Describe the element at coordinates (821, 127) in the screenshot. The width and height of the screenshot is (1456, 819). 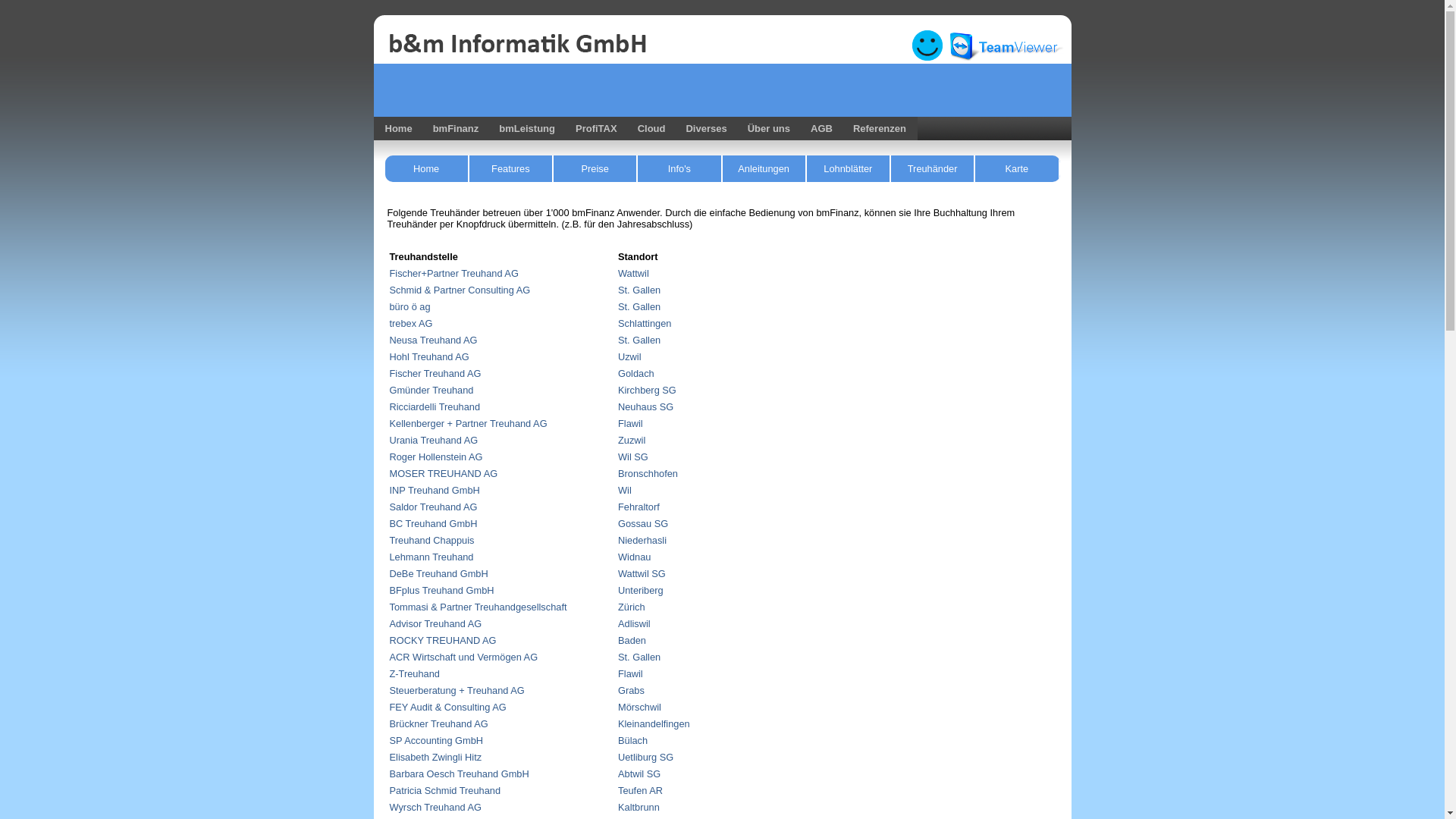
I see `'AGB'` at that location.